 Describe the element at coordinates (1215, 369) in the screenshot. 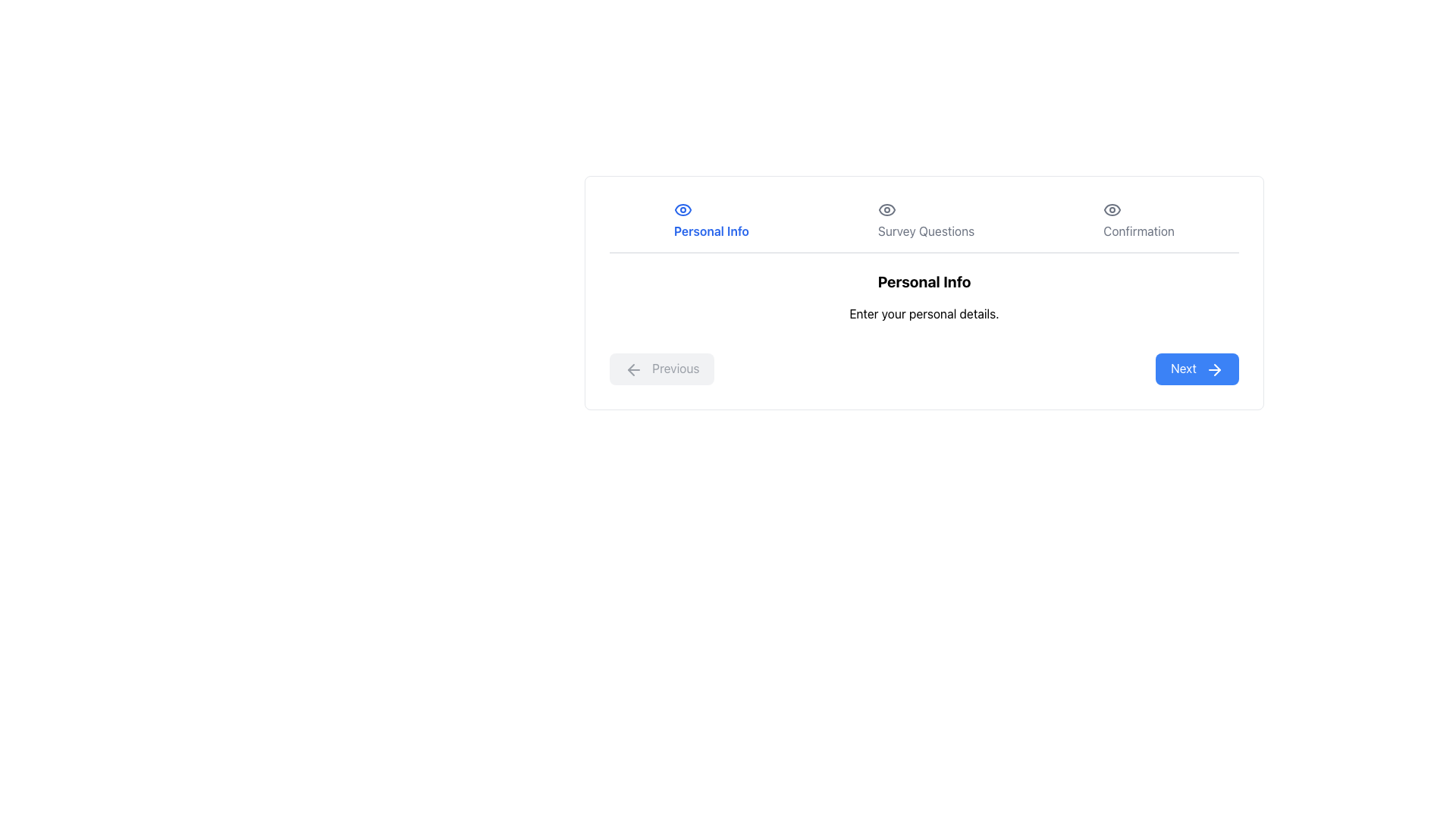

I see `the design of the right arrow icon located within the blue rectangular 'Next' button at the bottom right of the dialog box` at that location.